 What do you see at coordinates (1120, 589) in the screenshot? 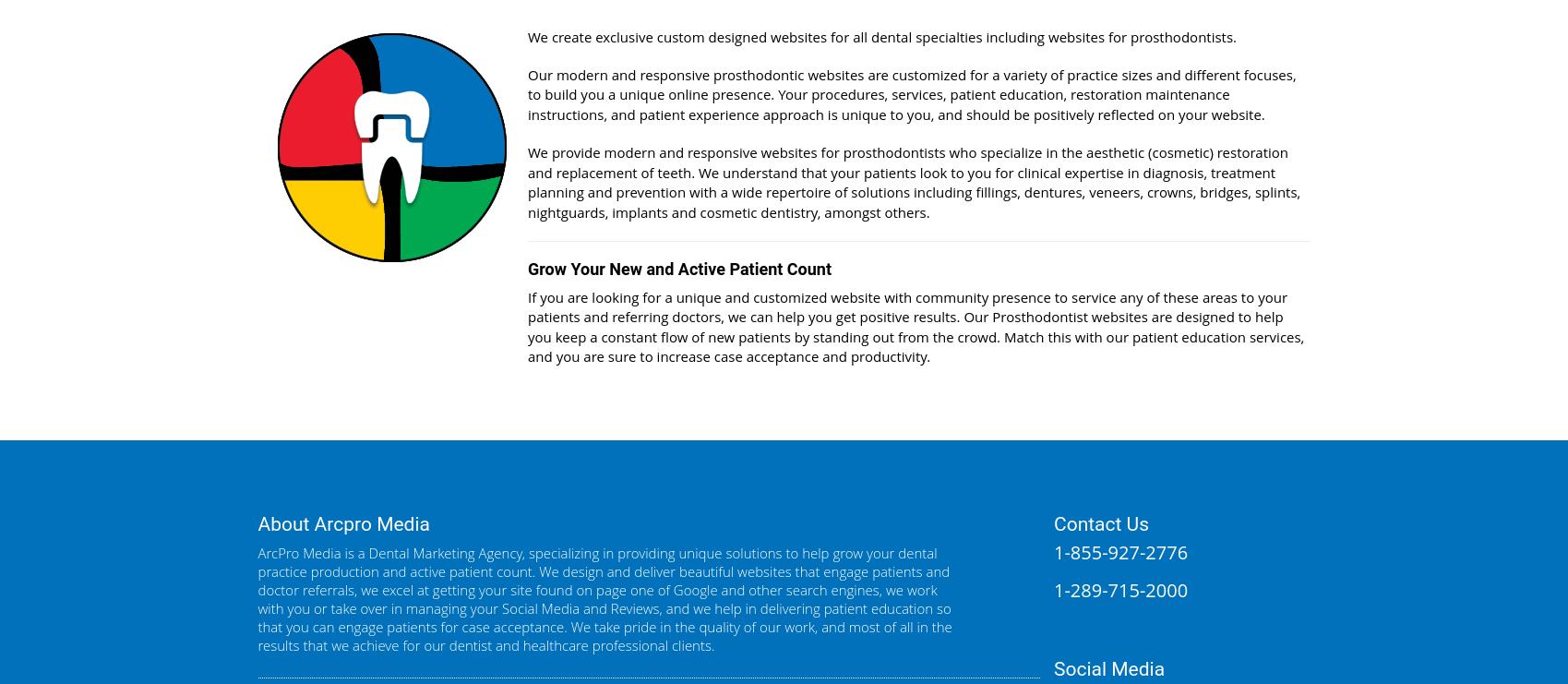
I see `'1-289-715-2000'` at bounding box center [1120, 589].